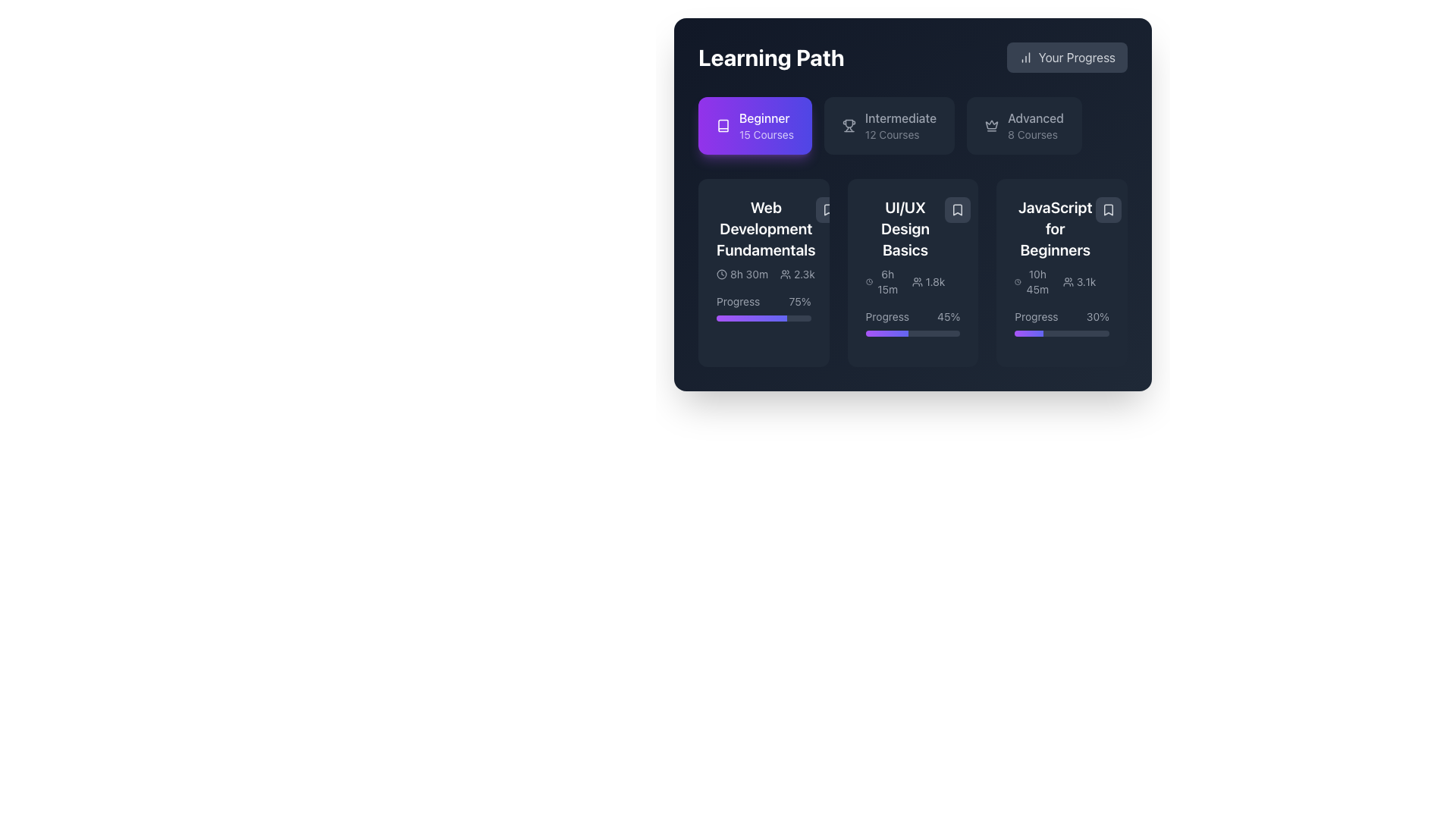 The width and height of the screenshot is (1456, 819). Describe the element at coordinates (738, 301) in the screenshot. I see `text label that reads 'Progress', which is styled in soft gray and located in the lower section of the 'Web Development Fundamentals' card, adjacent to the progress percentage indicator '75%.'` at that location.